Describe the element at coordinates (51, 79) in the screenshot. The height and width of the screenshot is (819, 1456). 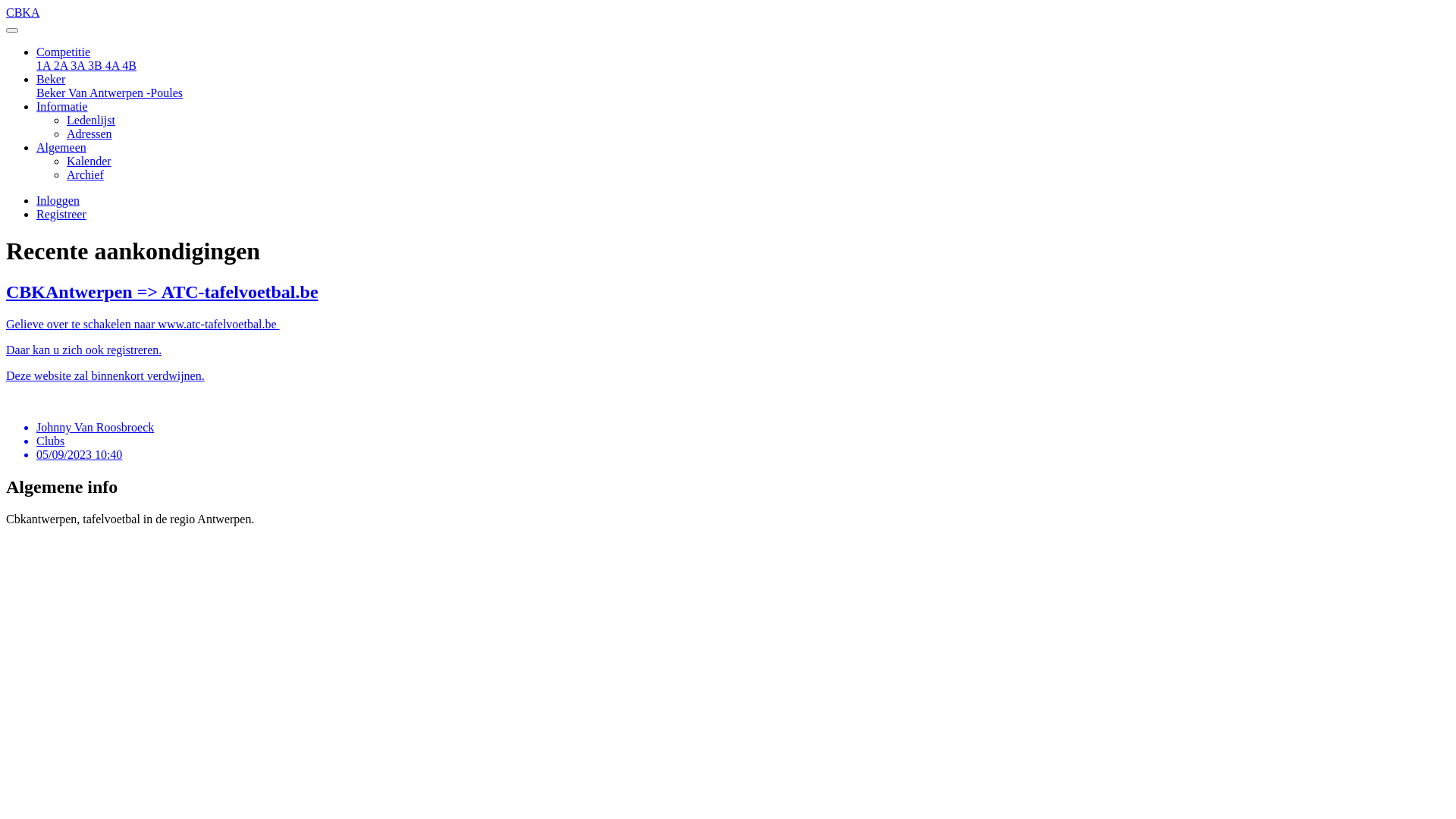
I see `'Beker'` at that location.